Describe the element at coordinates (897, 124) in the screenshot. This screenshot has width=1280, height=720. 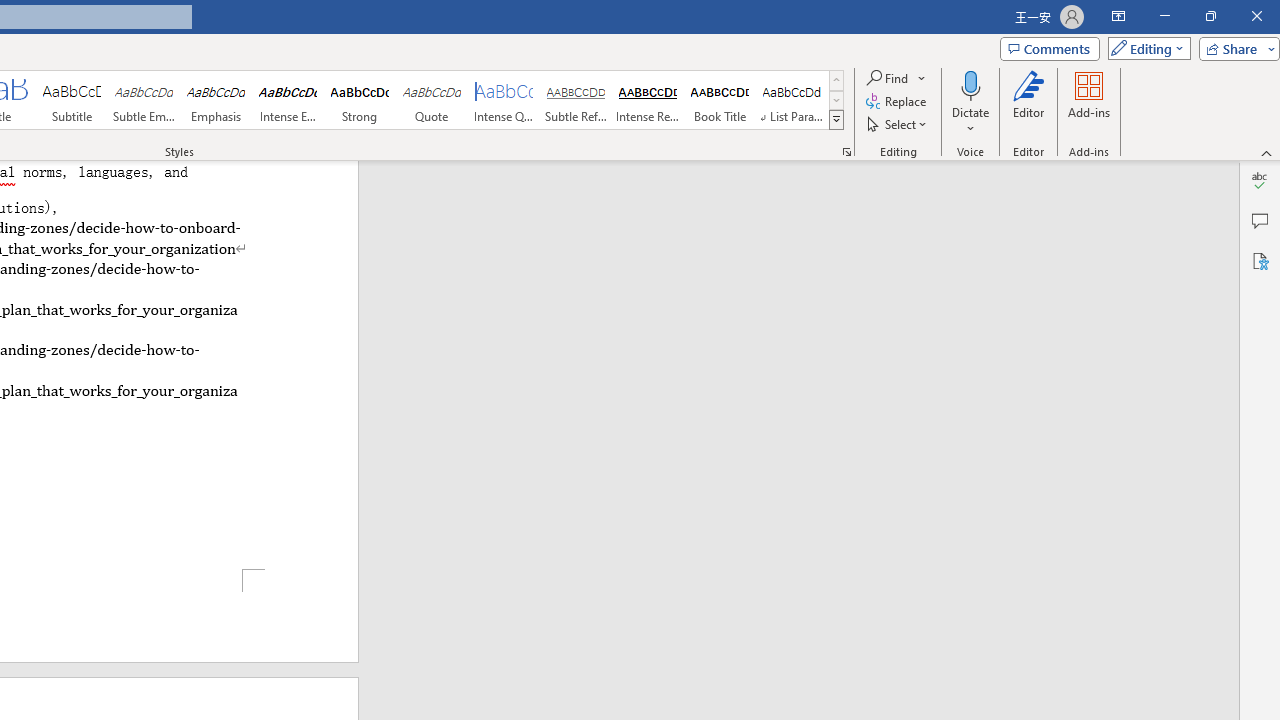
I see `'Select'` at that location.